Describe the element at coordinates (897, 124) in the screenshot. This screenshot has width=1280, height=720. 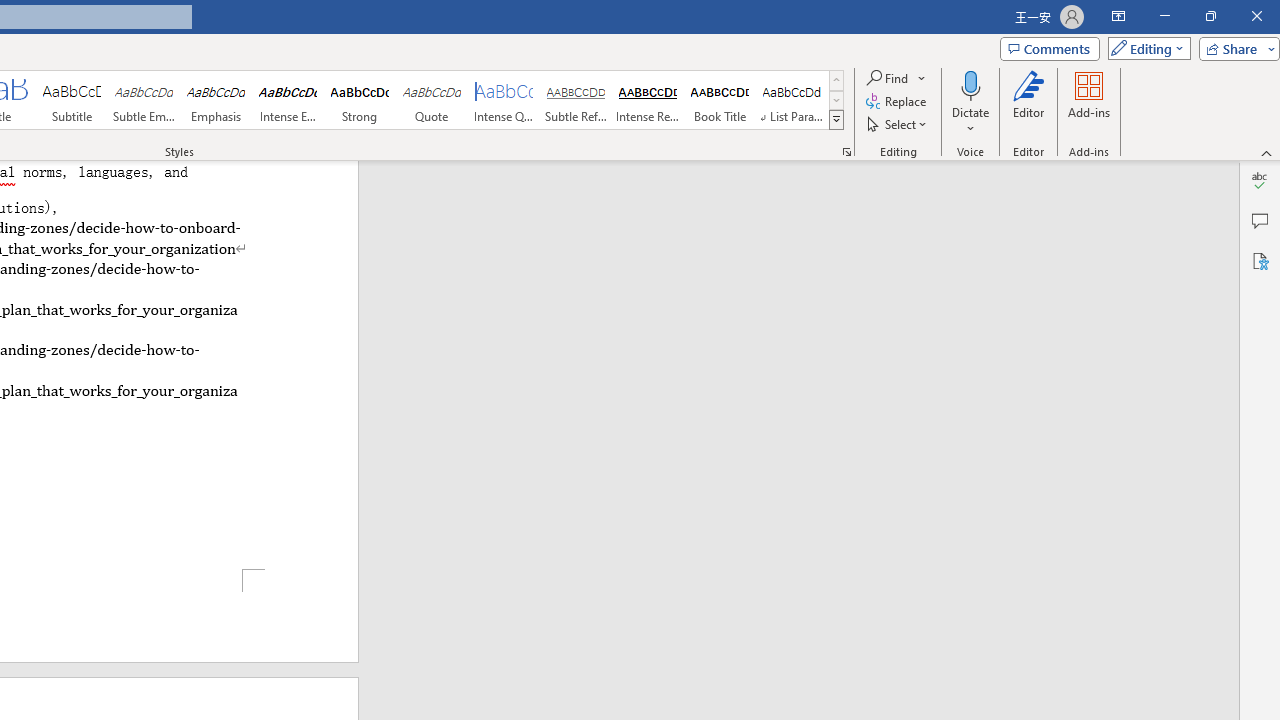
I see `'Select'` at that location.